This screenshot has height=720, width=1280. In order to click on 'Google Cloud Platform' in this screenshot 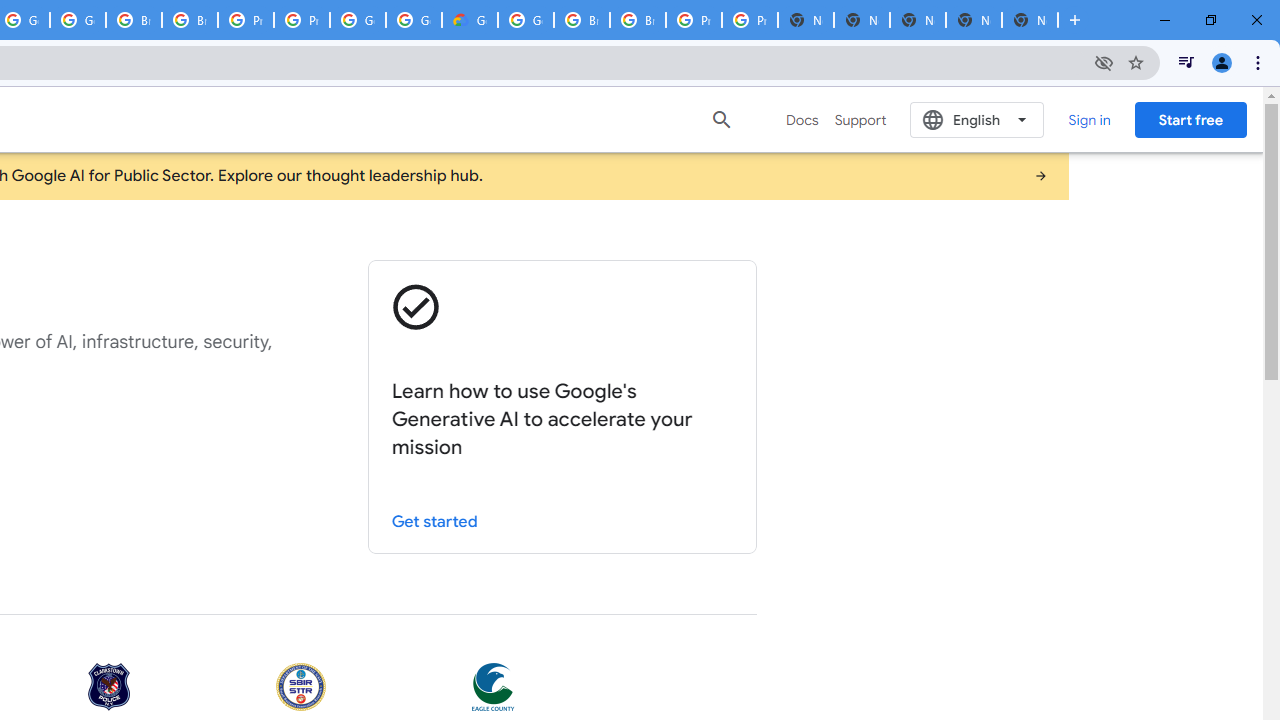, I will do `click(526, 20)`.